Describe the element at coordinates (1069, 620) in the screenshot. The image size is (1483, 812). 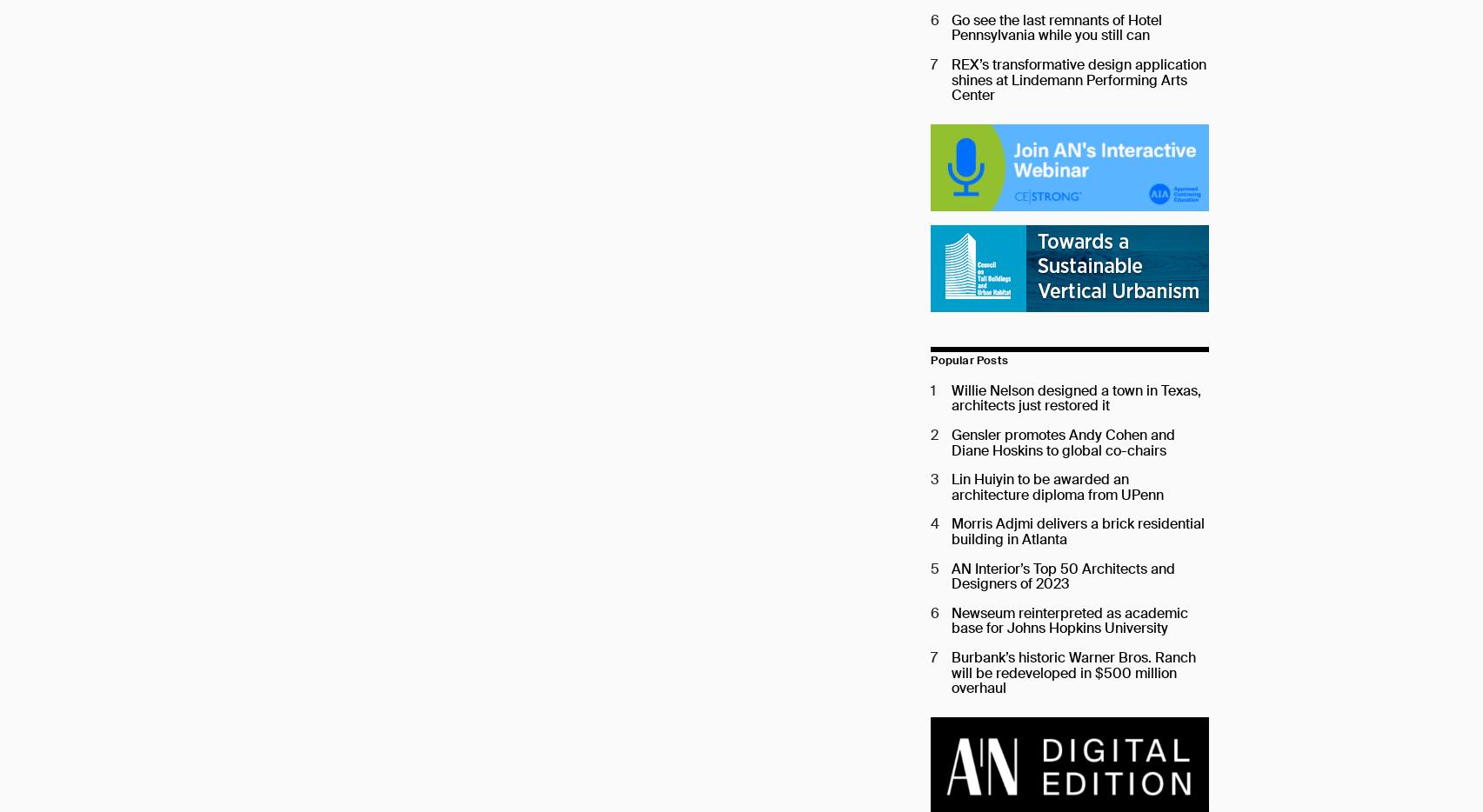
I see `'Newseum reinterpreted as academic base for Johns Hopkins University'` at that location.